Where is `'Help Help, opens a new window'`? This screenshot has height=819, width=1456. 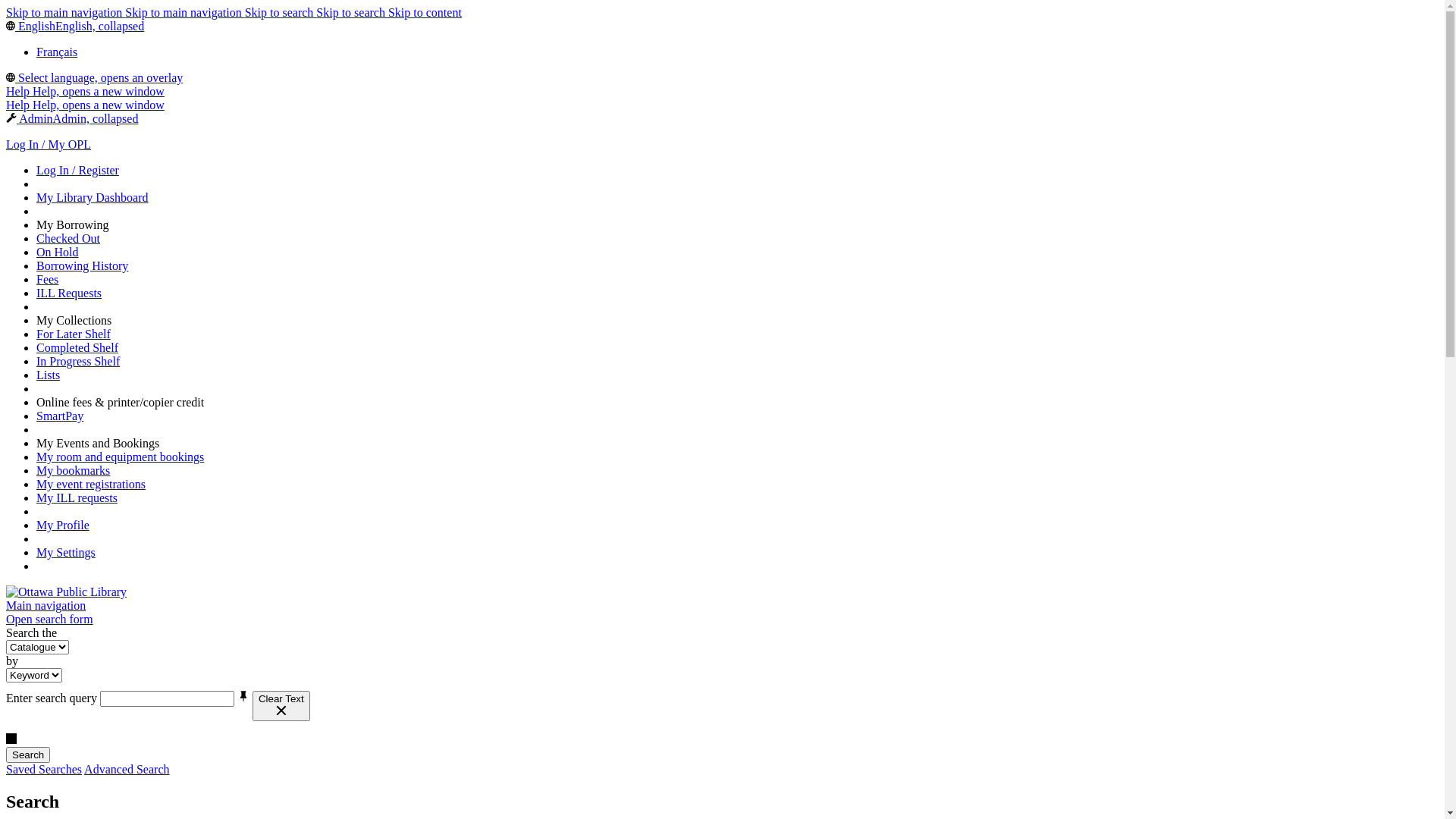
'Help Help, opens a new window' is located at coordinates (84, 104).